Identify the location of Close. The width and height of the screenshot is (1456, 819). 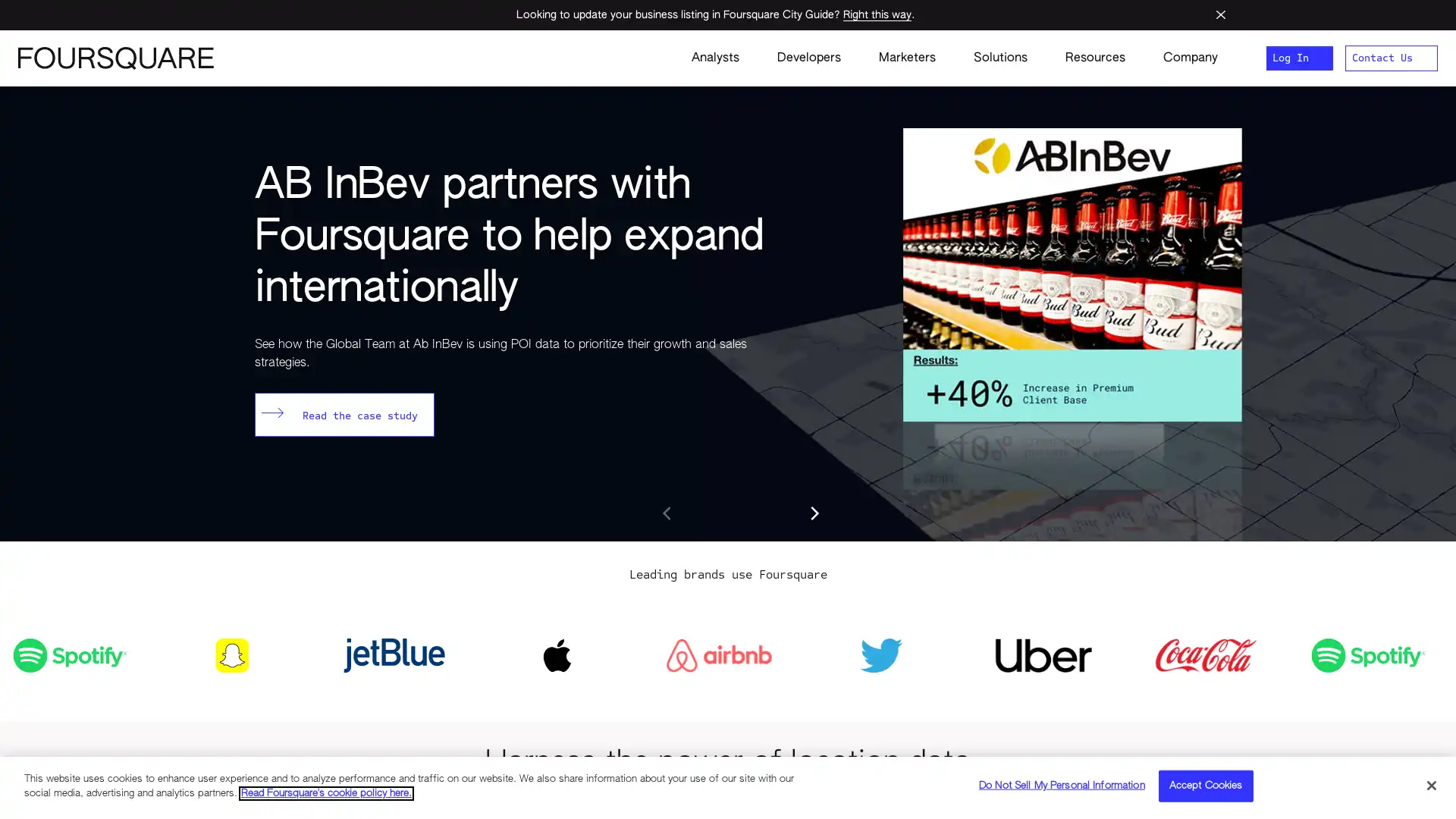
(1430, 784).